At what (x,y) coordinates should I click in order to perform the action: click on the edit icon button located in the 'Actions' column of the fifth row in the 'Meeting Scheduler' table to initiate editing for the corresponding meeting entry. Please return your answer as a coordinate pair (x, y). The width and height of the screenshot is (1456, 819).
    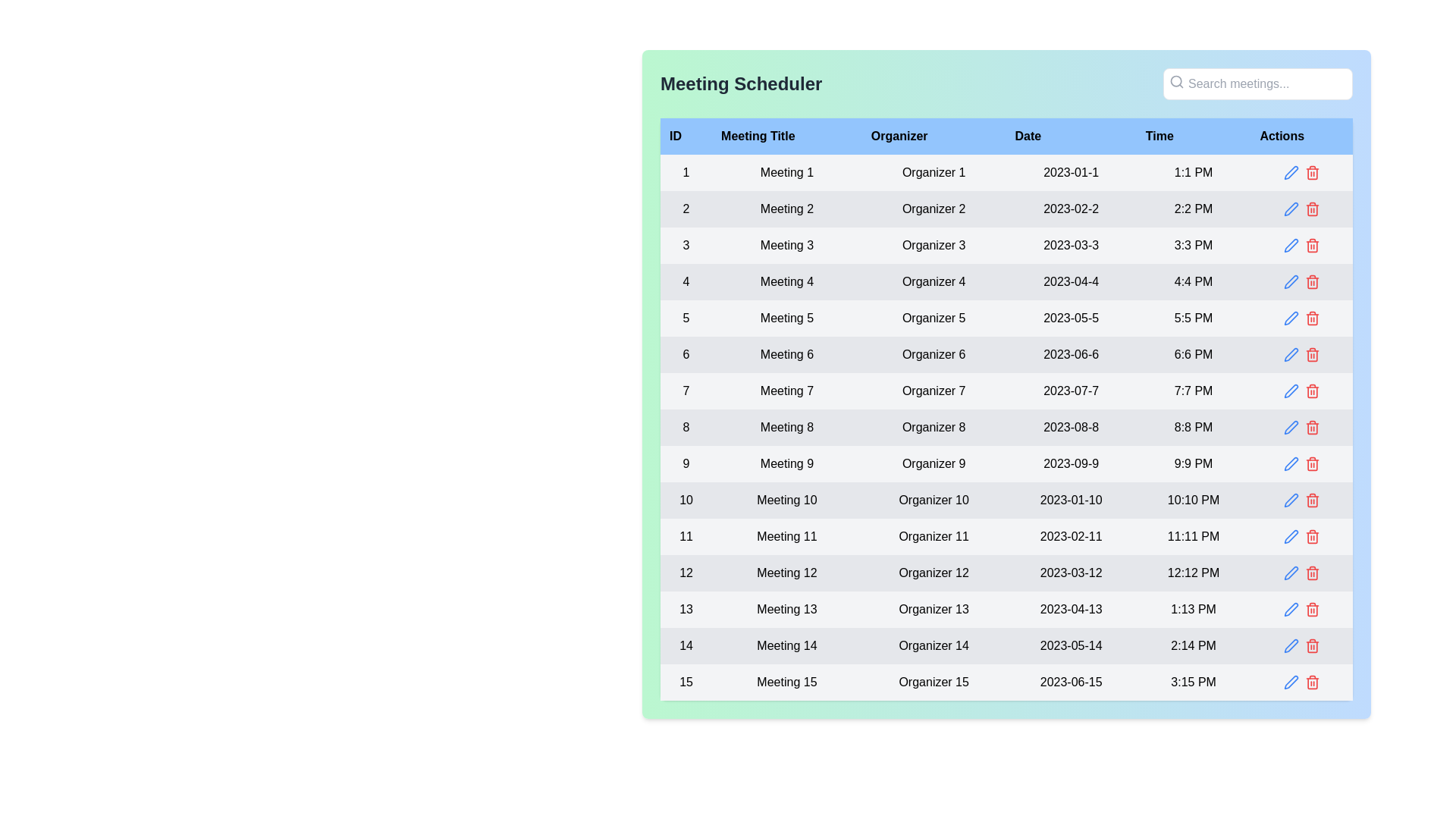
    Looking at the image, I should click on (1290, 318).